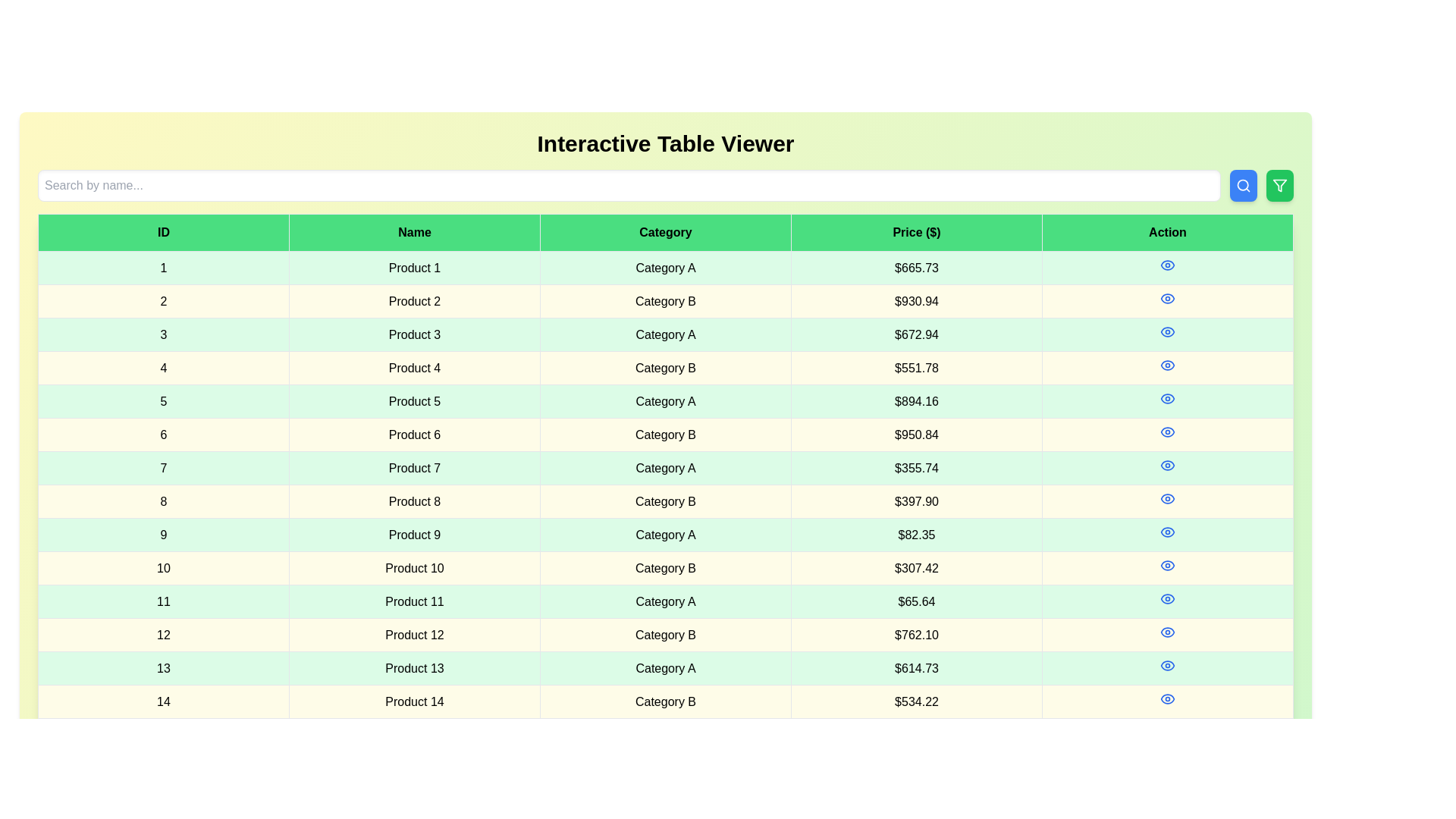 The image size is (1456, 819). I want to click on 'Search' button to execute a search, so click(1244, 185).